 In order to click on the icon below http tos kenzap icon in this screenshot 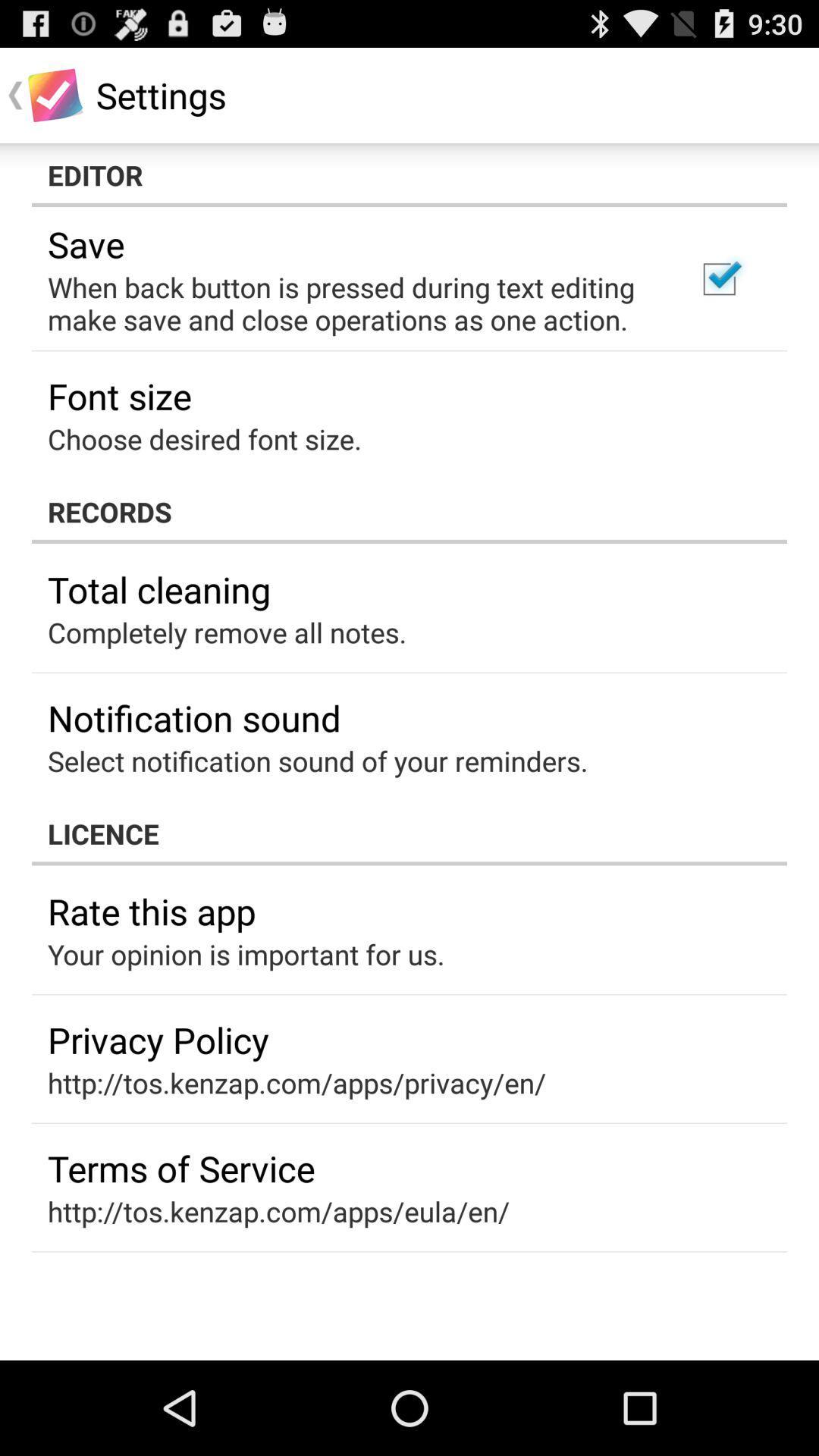, I will do `click(180, 1167)`.